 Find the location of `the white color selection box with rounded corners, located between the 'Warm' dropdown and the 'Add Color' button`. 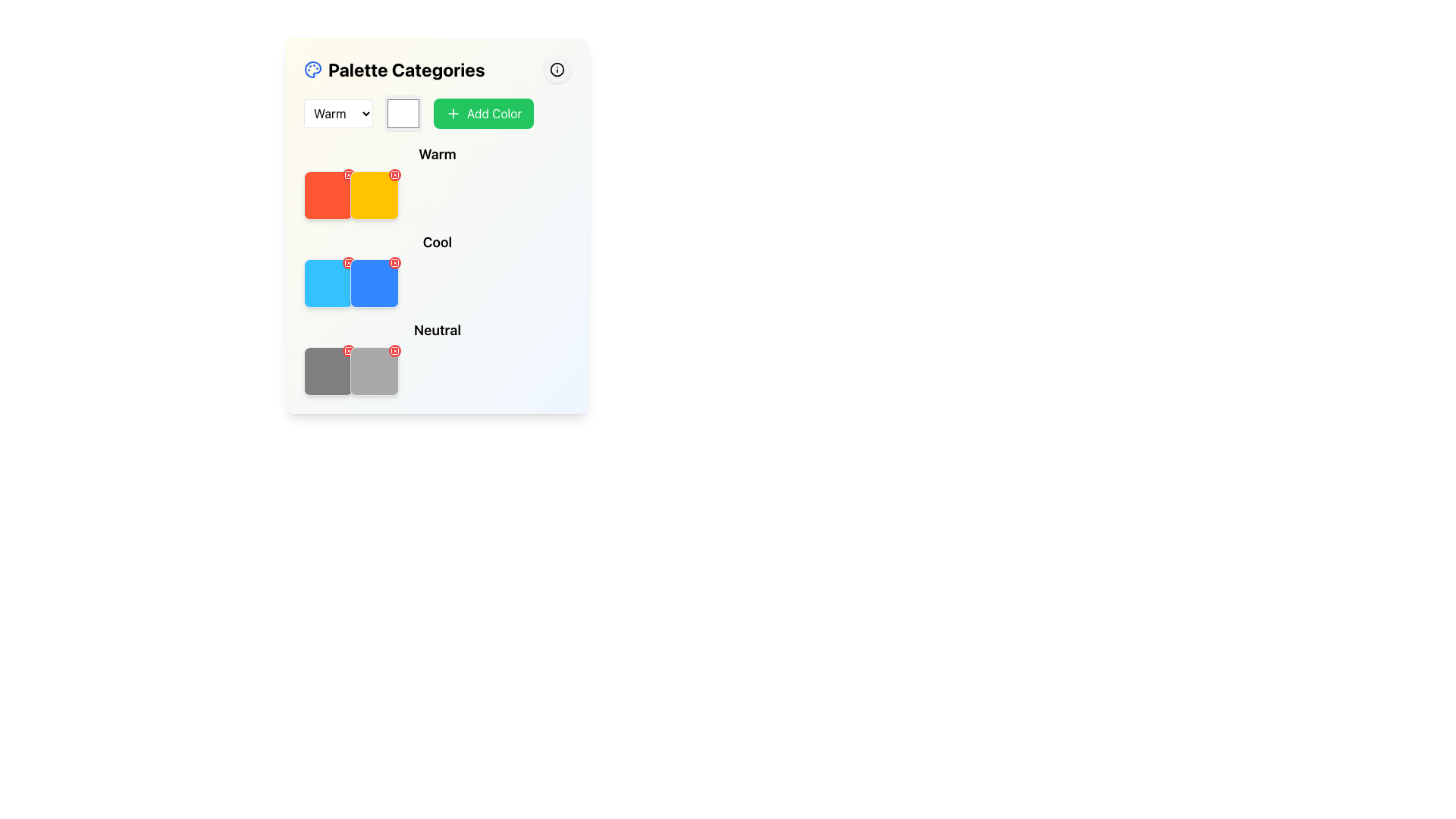

the white color selection box with rounded corners, located between the 'Warm' dropdown and the 'Add Color' button is located at coordinates (403, 113).